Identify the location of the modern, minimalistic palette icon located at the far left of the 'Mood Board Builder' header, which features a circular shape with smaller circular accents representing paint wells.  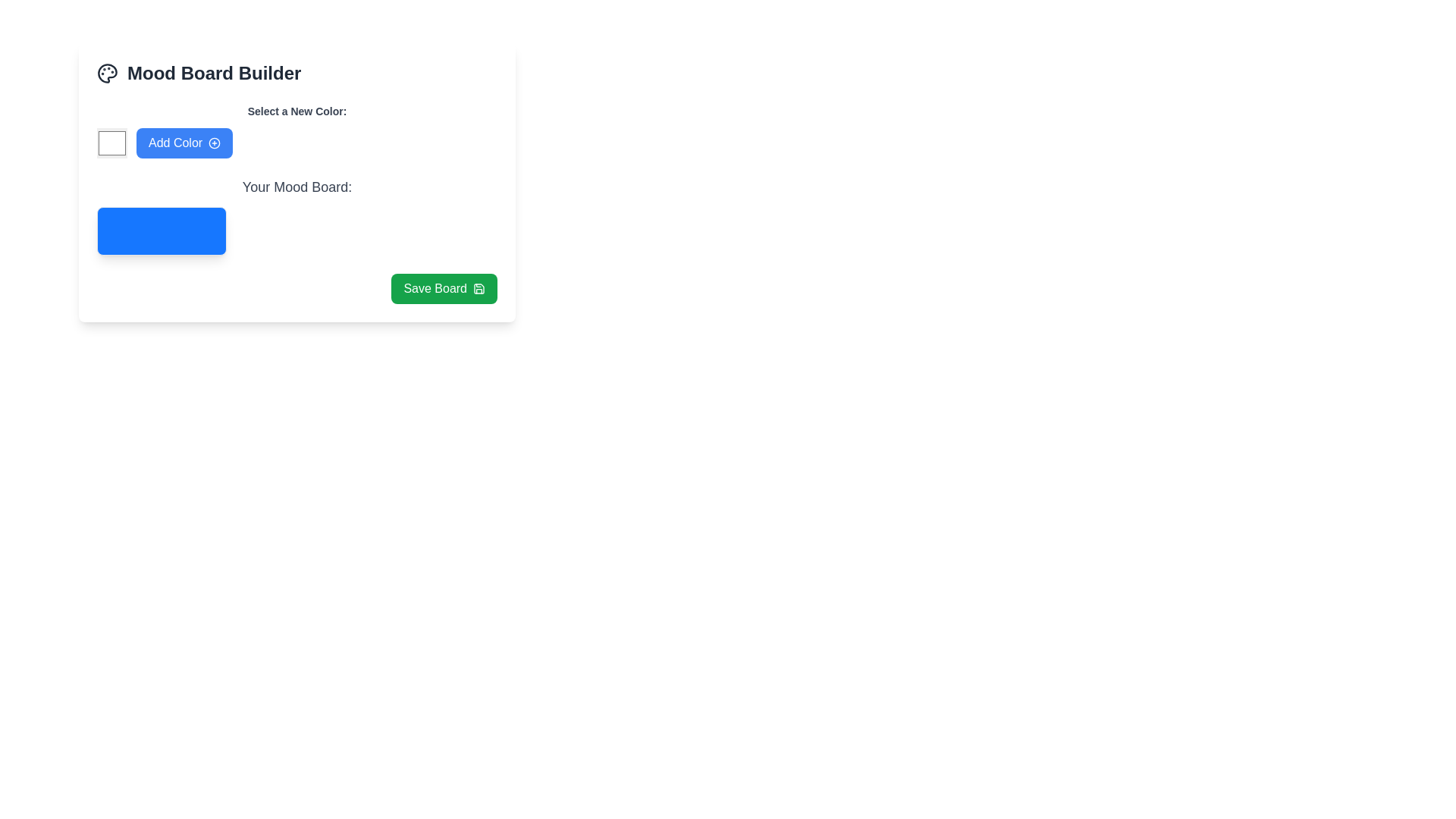
(107, 73).